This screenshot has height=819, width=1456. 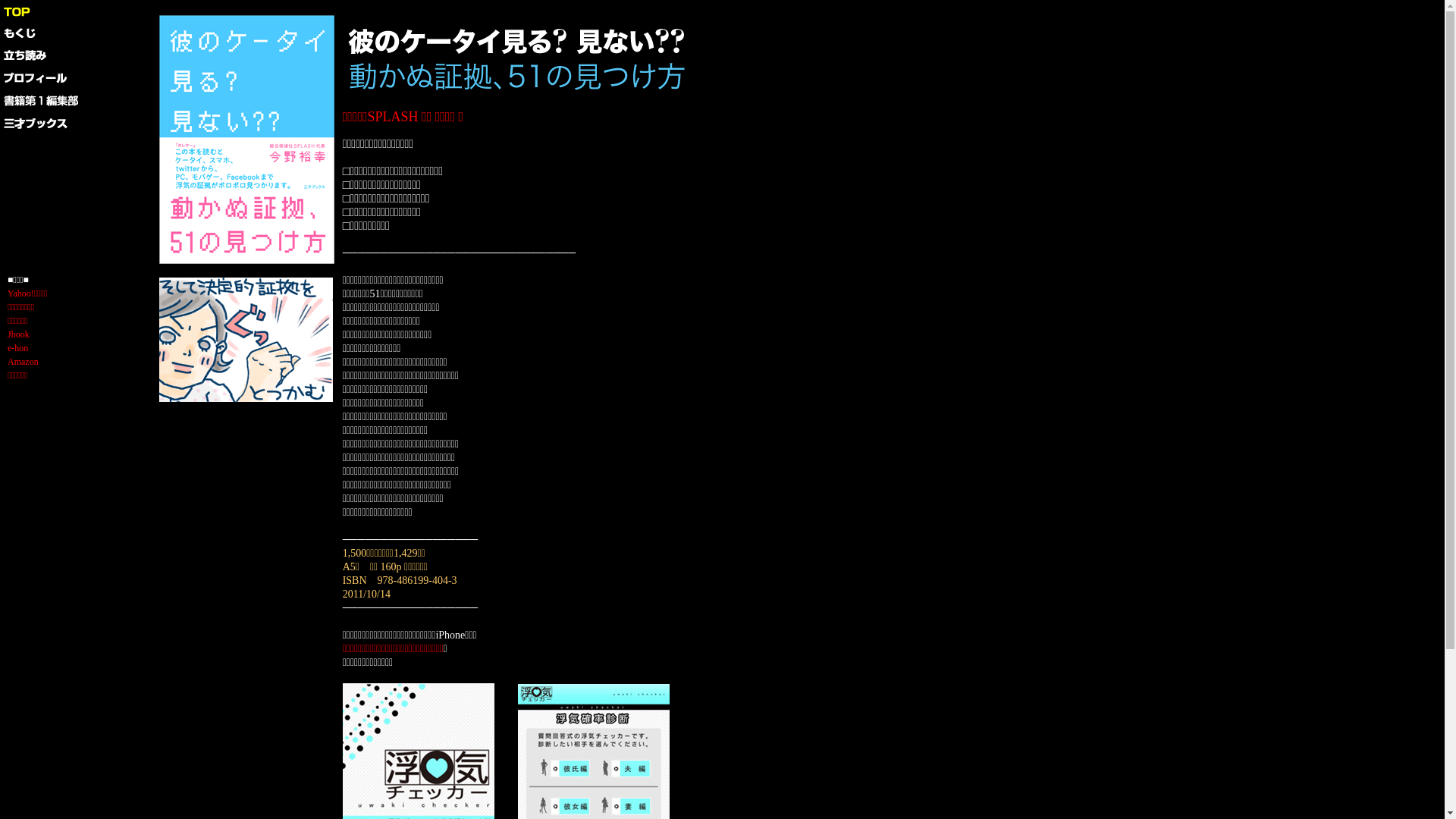 What do you see at coordinates (17, 348) in the screenshot?
I see `'e-hon'` at bounding box center [17, 348].